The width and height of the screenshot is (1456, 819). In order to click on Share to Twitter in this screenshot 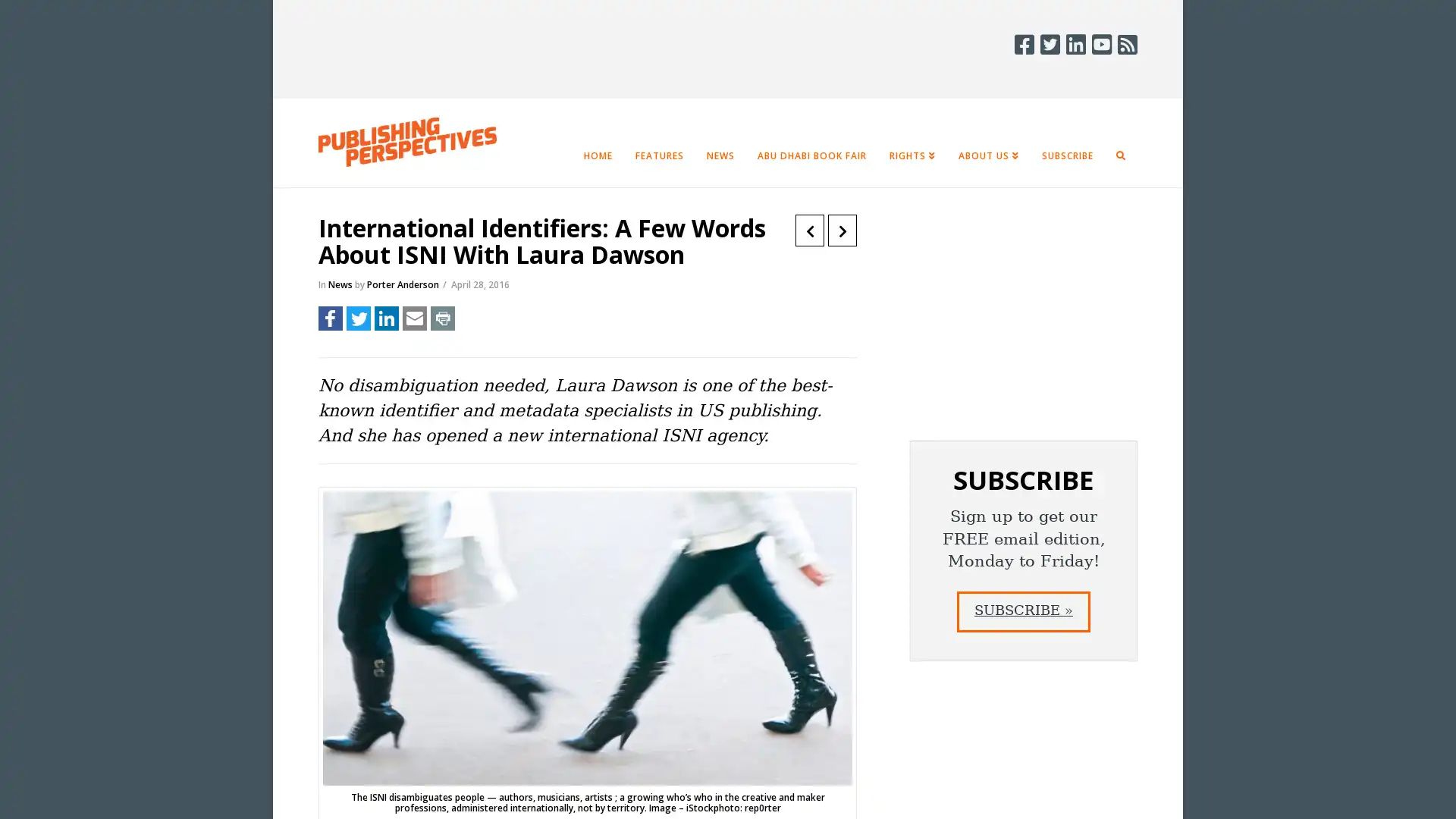, I will do `click(358, 318)`.